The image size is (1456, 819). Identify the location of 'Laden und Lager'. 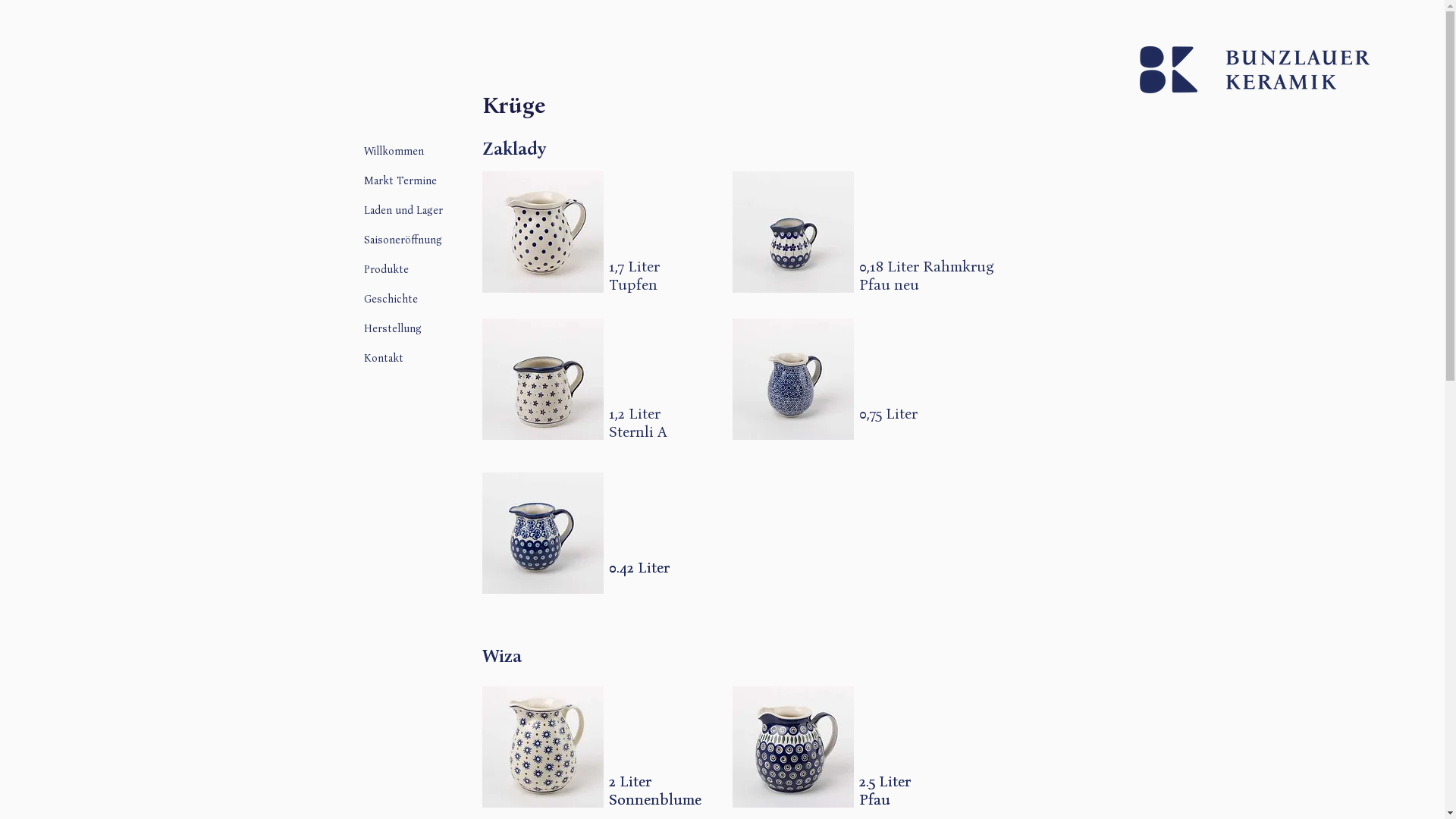
(442, 209).